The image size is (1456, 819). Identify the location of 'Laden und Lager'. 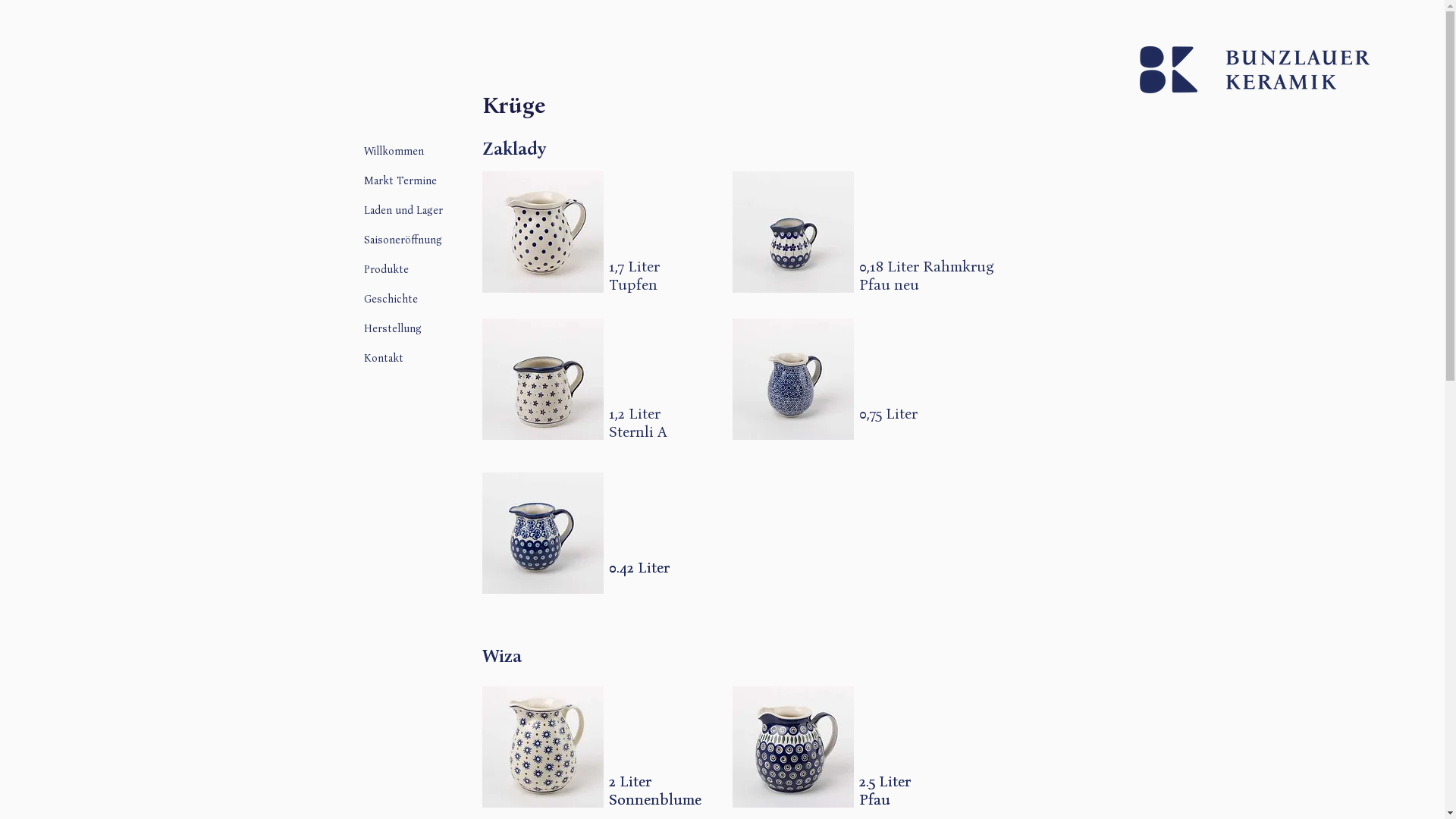
(442, 209).